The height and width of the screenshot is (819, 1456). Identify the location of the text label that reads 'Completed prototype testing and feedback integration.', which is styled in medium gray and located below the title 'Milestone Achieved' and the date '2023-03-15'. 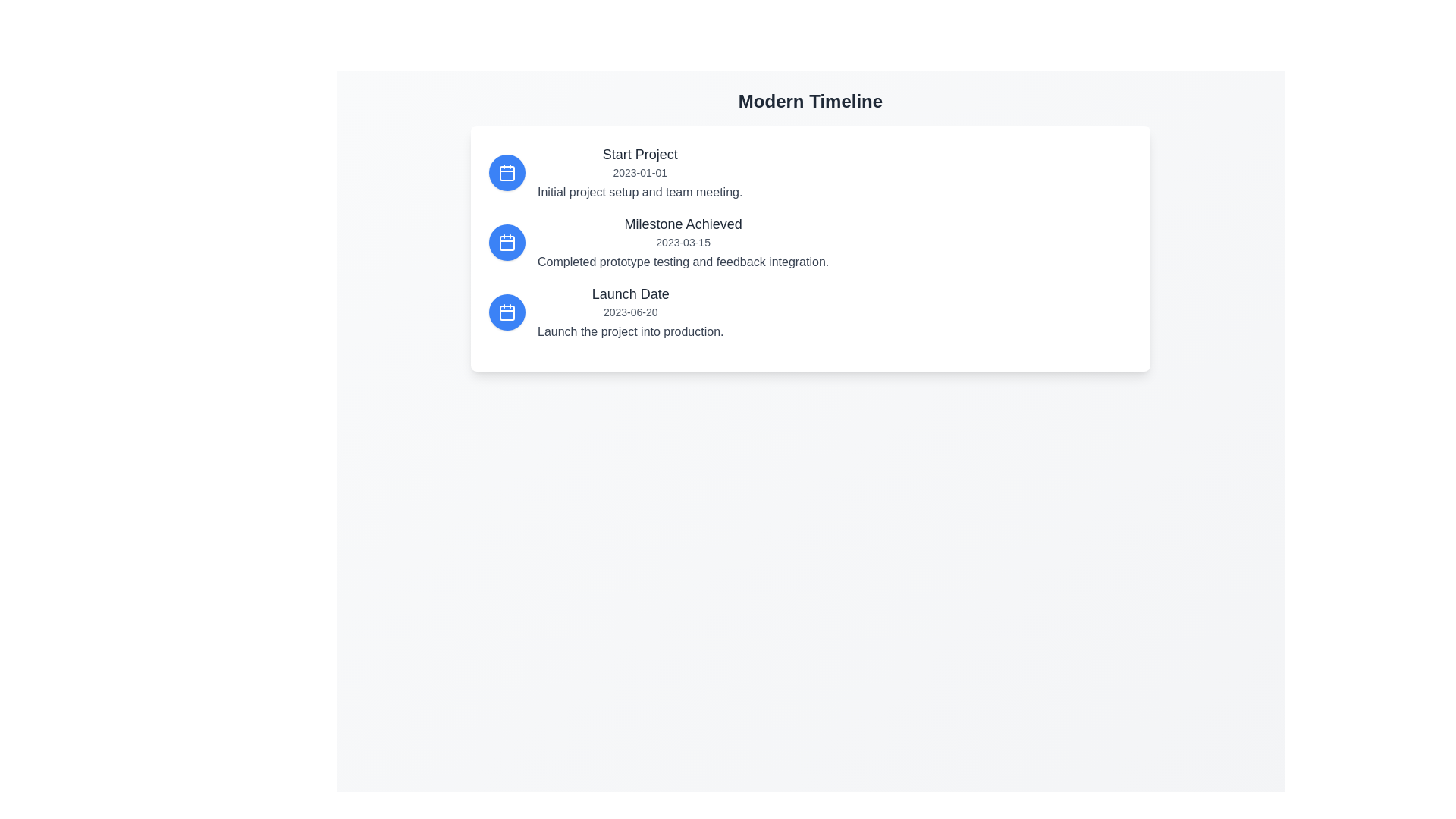
(682, 262).